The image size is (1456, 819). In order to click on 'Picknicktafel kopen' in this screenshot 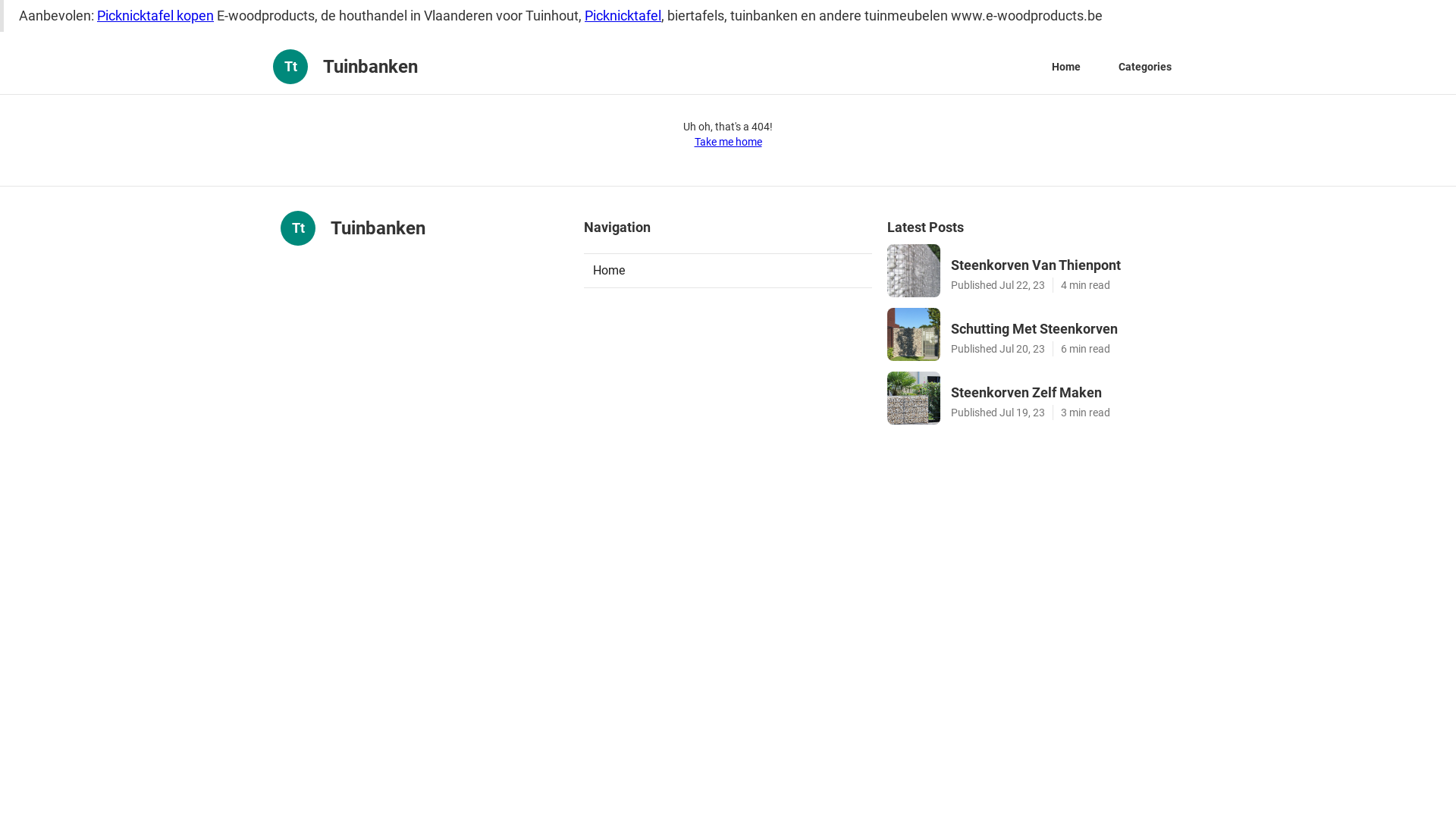, I will do `click(96, 15)`.